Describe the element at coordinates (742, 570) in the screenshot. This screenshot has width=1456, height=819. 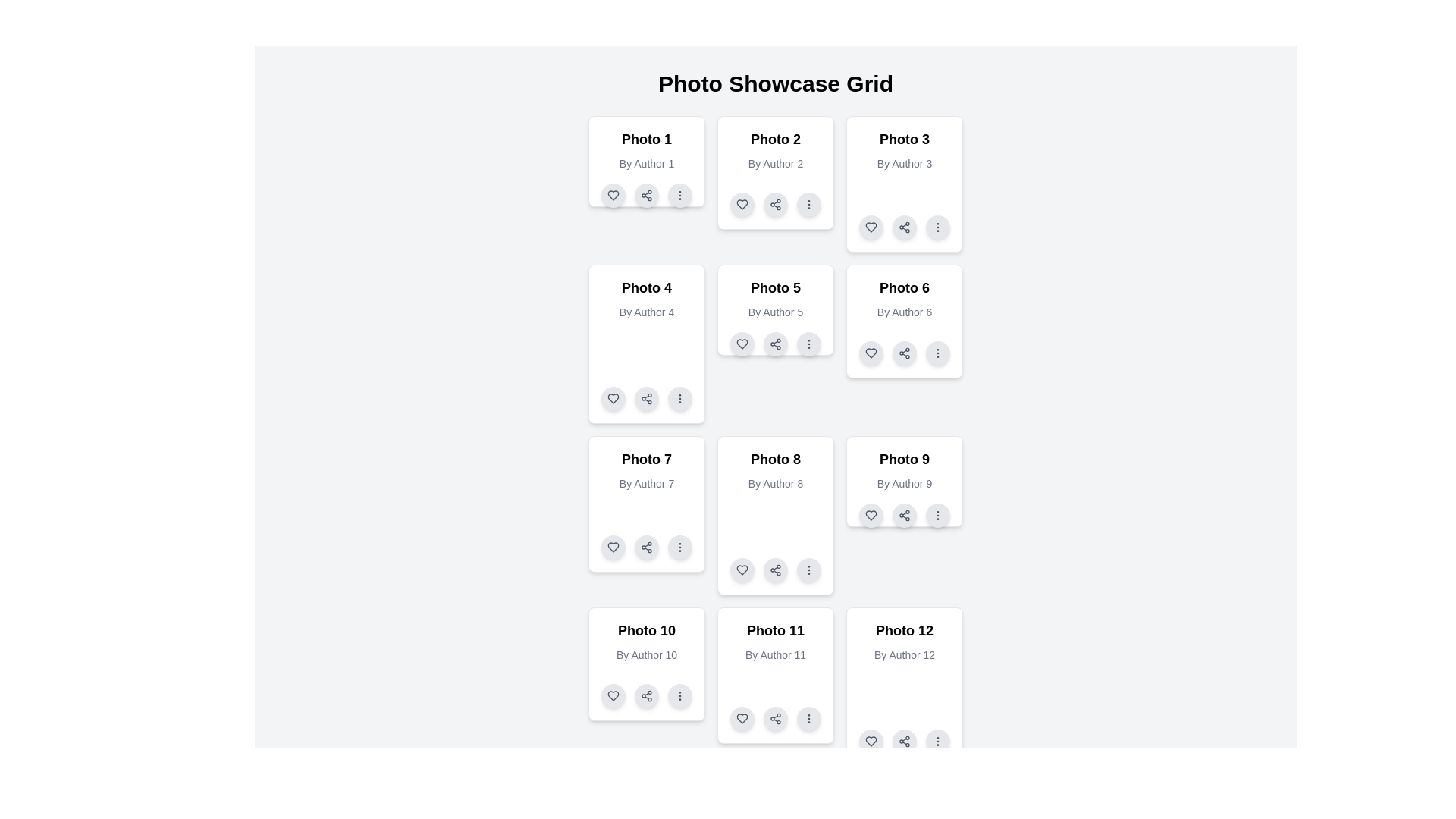
I see `the button` at that location.